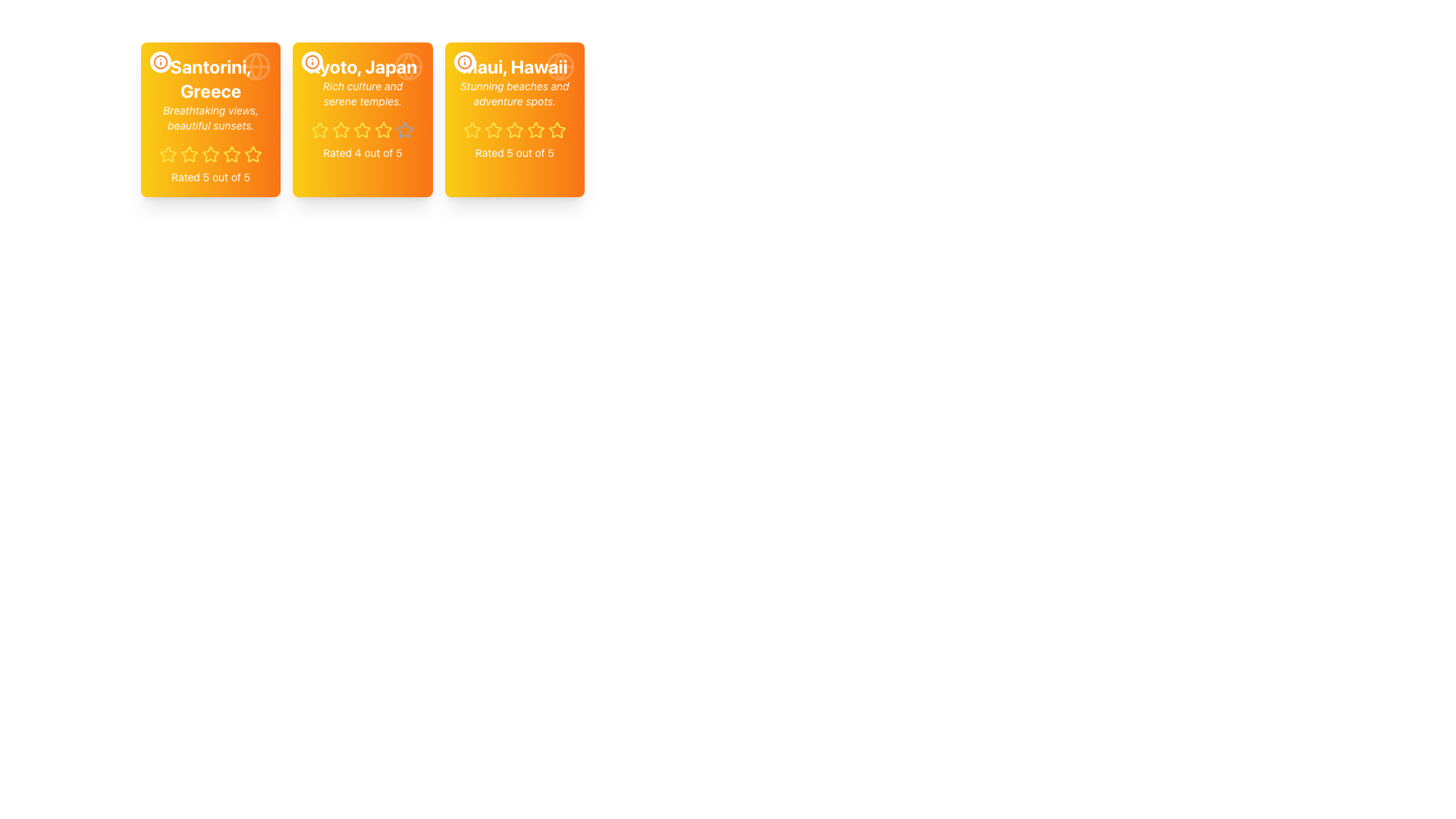 The image size is (1456, 819). I want to click on across the five rating star icons starting from the first star (yellow star) below the text 'Santorini, Greece', so click(265, 154).